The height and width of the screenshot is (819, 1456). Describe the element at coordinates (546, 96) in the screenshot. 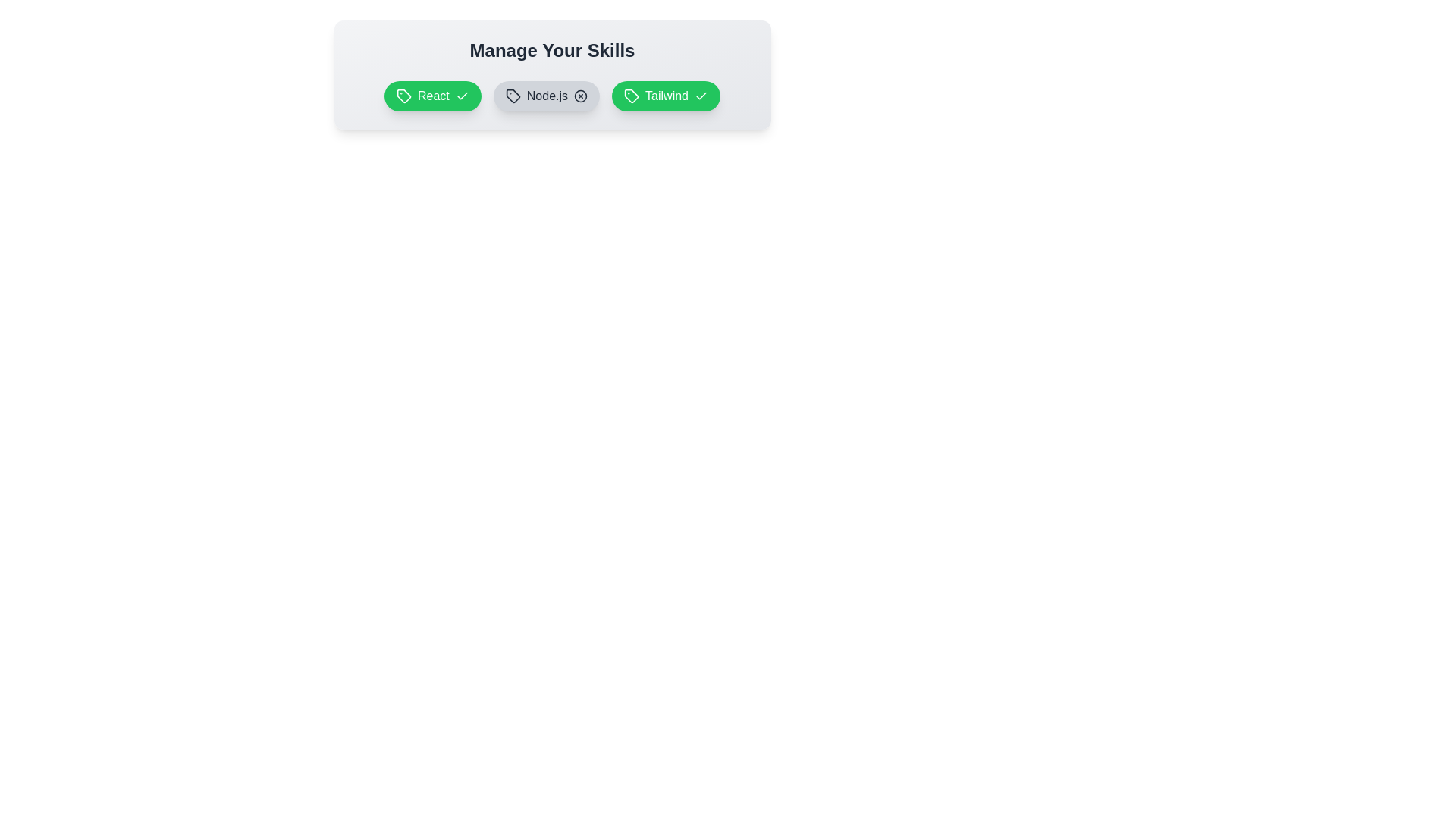

I see `the skill tag Node.js to inspect its state` at that location.